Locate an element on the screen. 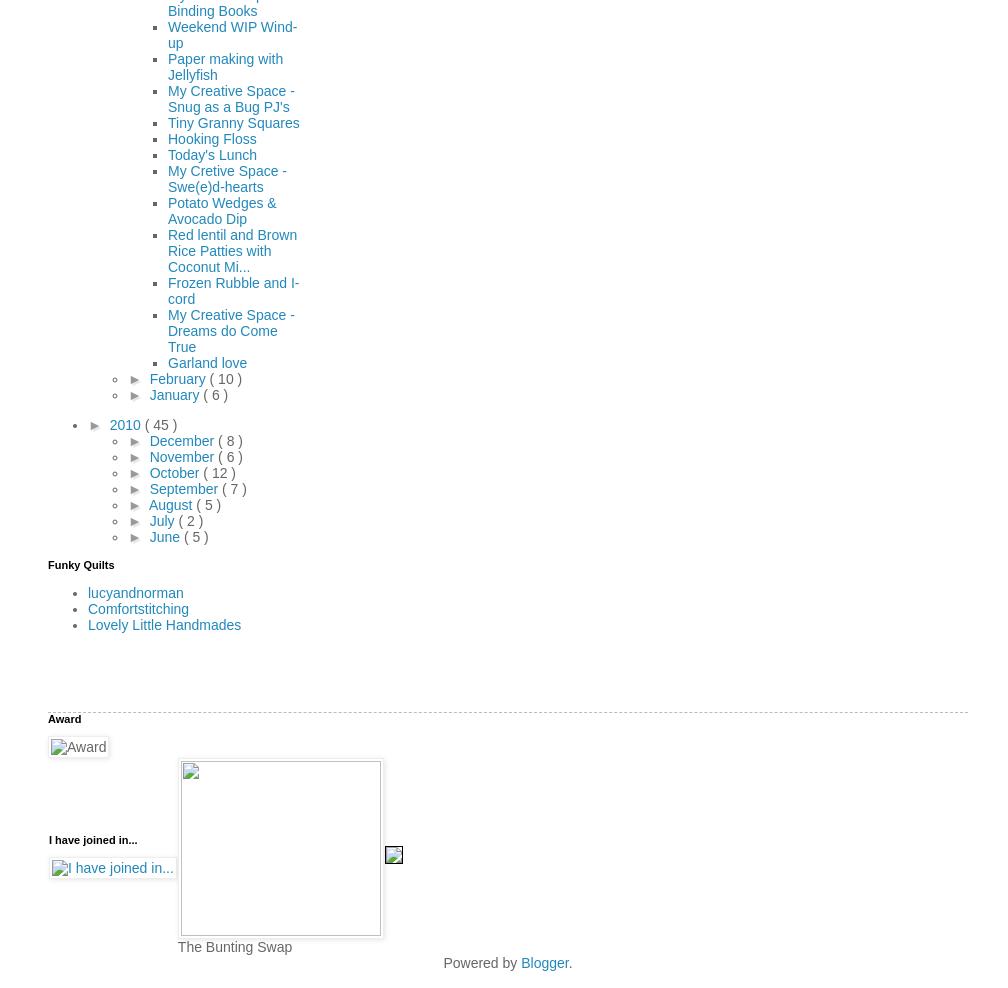 The height and width of the screenshot is (988, 1008). '(
              2
              )' is located at coordinates (190, 518).